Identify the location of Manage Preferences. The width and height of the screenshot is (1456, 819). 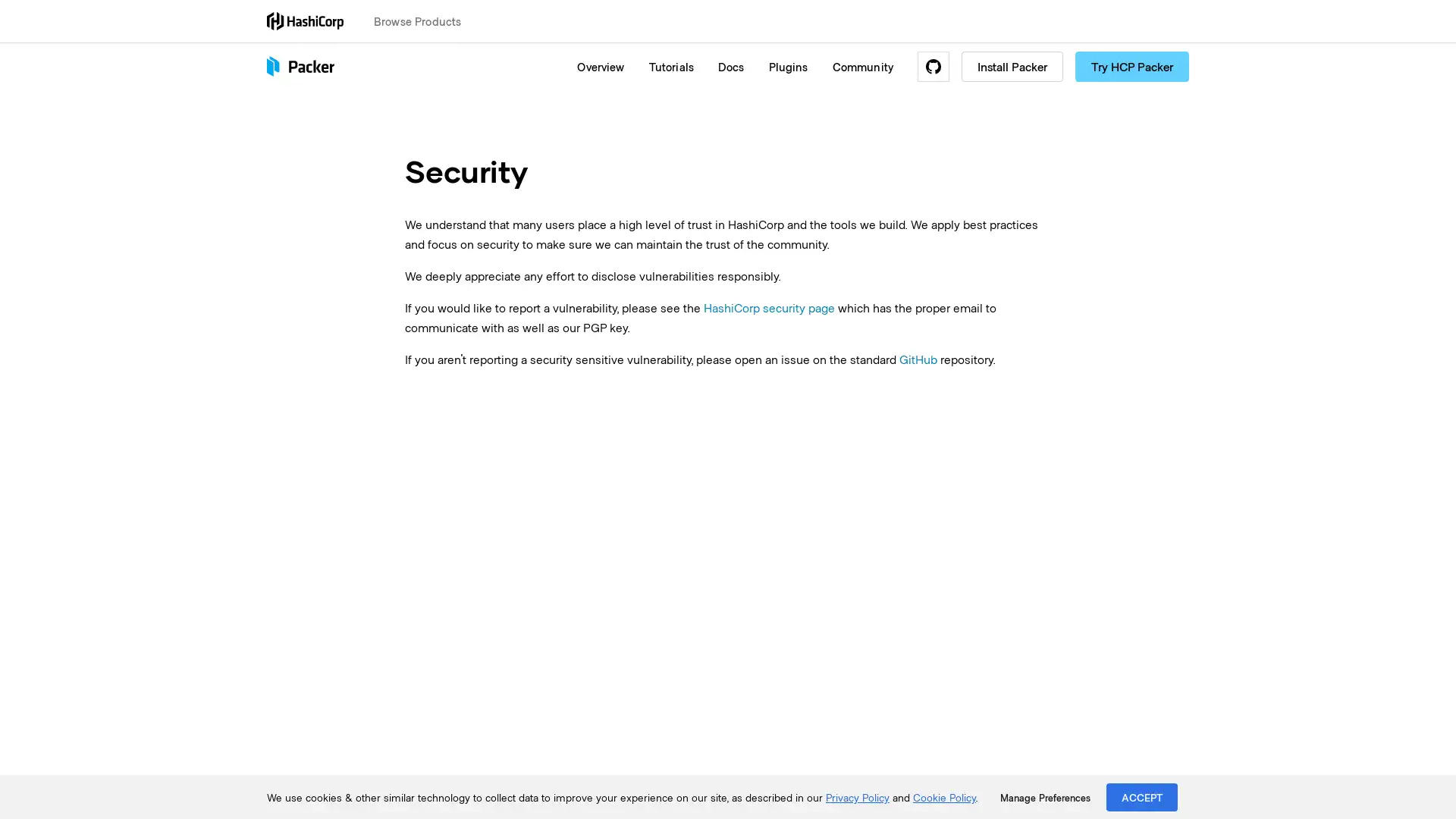
(1044, 797).